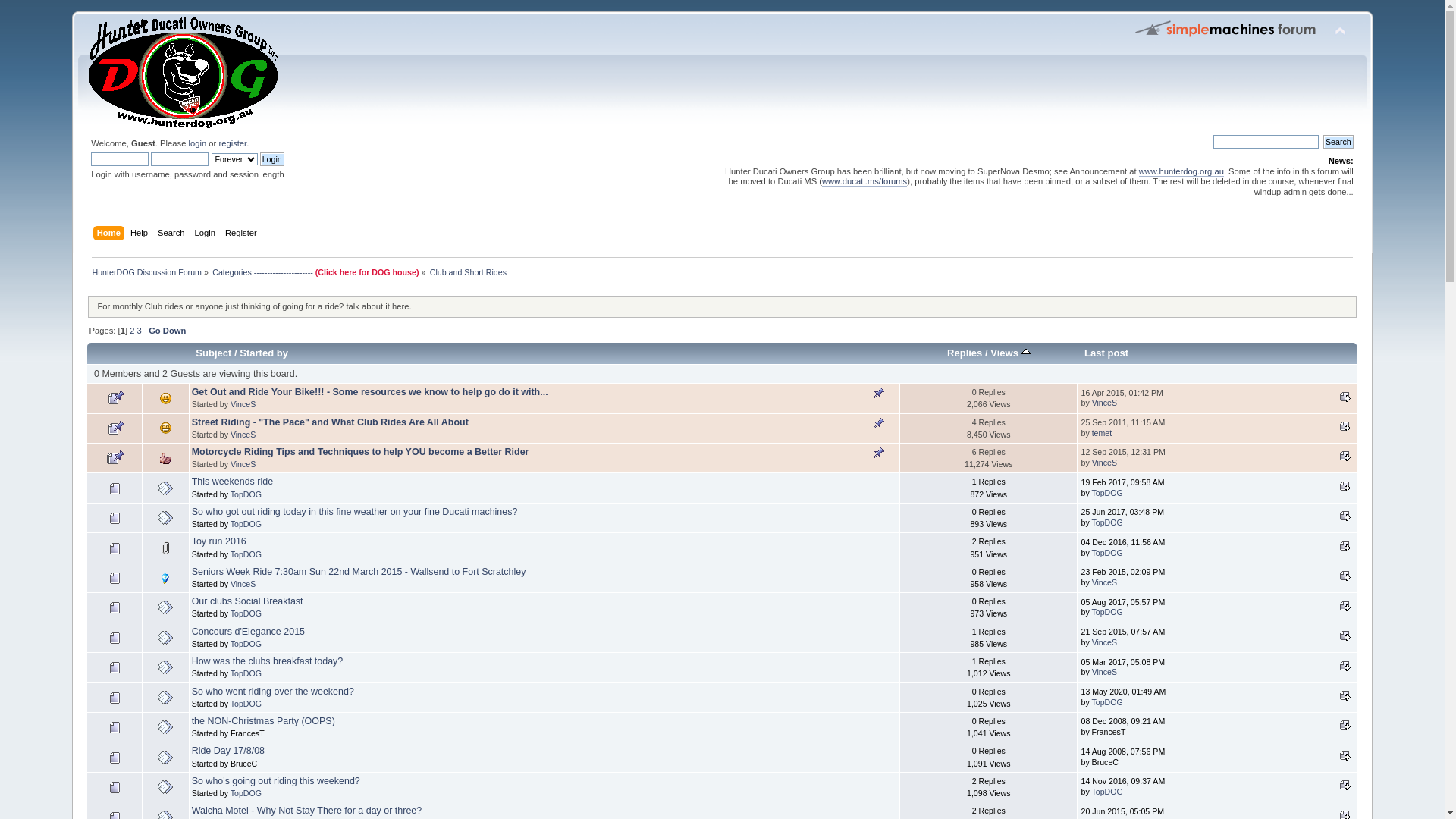 This screenshot has width=1456, height=819. I want to click on 'Last post', so click(1345, 784).